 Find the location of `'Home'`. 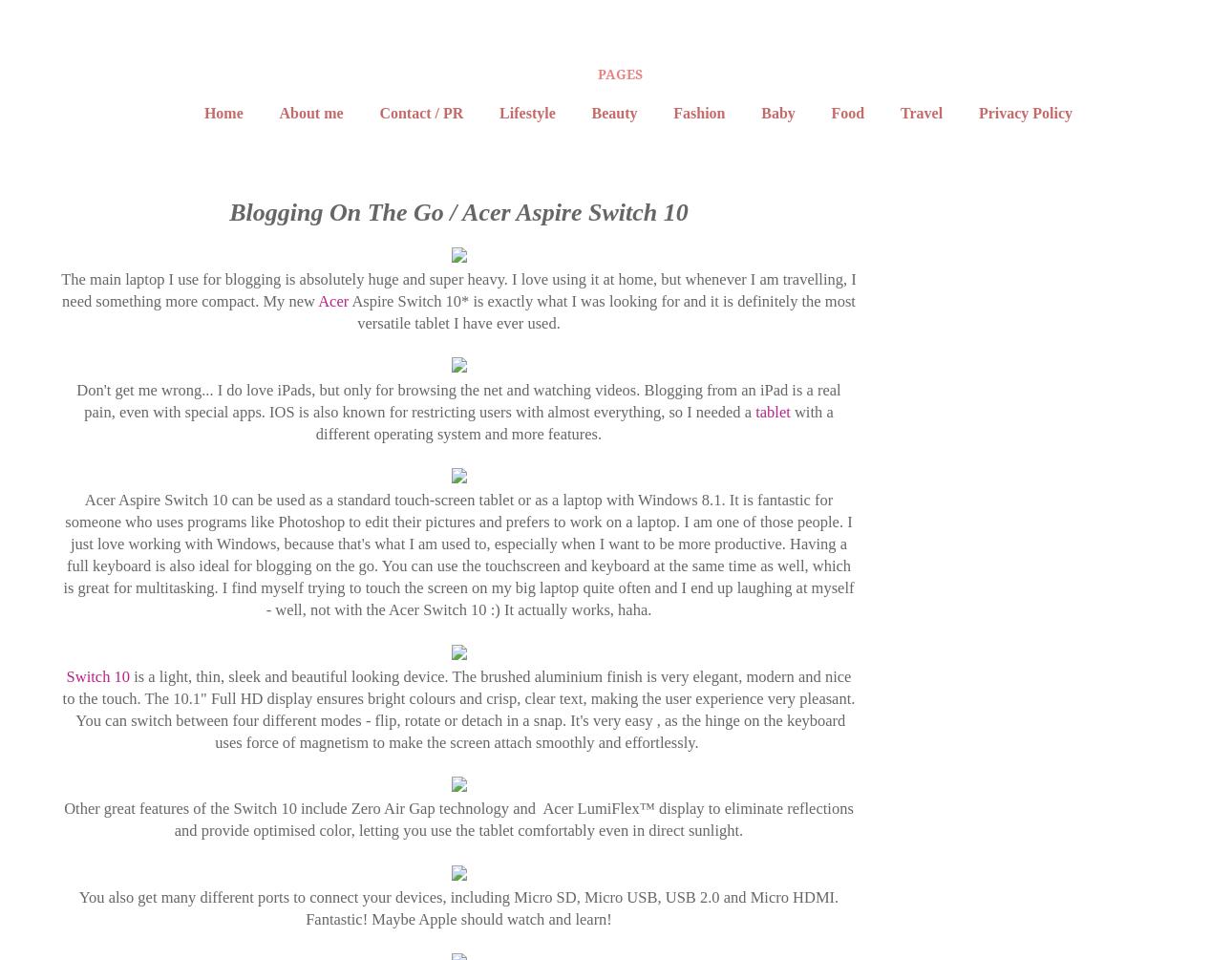

'Home' is located at coordinates (222, 112).